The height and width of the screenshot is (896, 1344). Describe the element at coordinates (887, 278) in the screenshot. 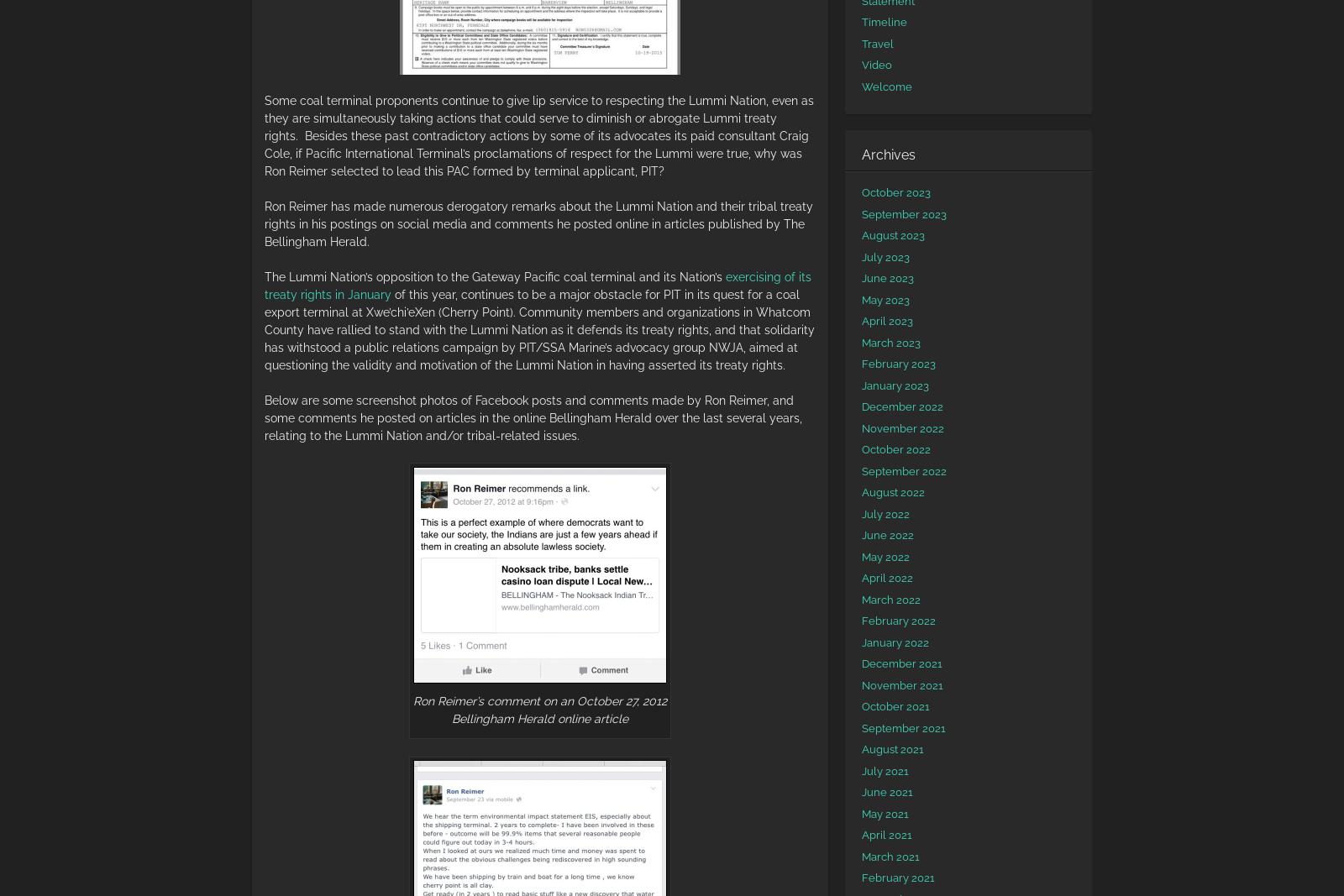

I see `'June 2023'` at that location.